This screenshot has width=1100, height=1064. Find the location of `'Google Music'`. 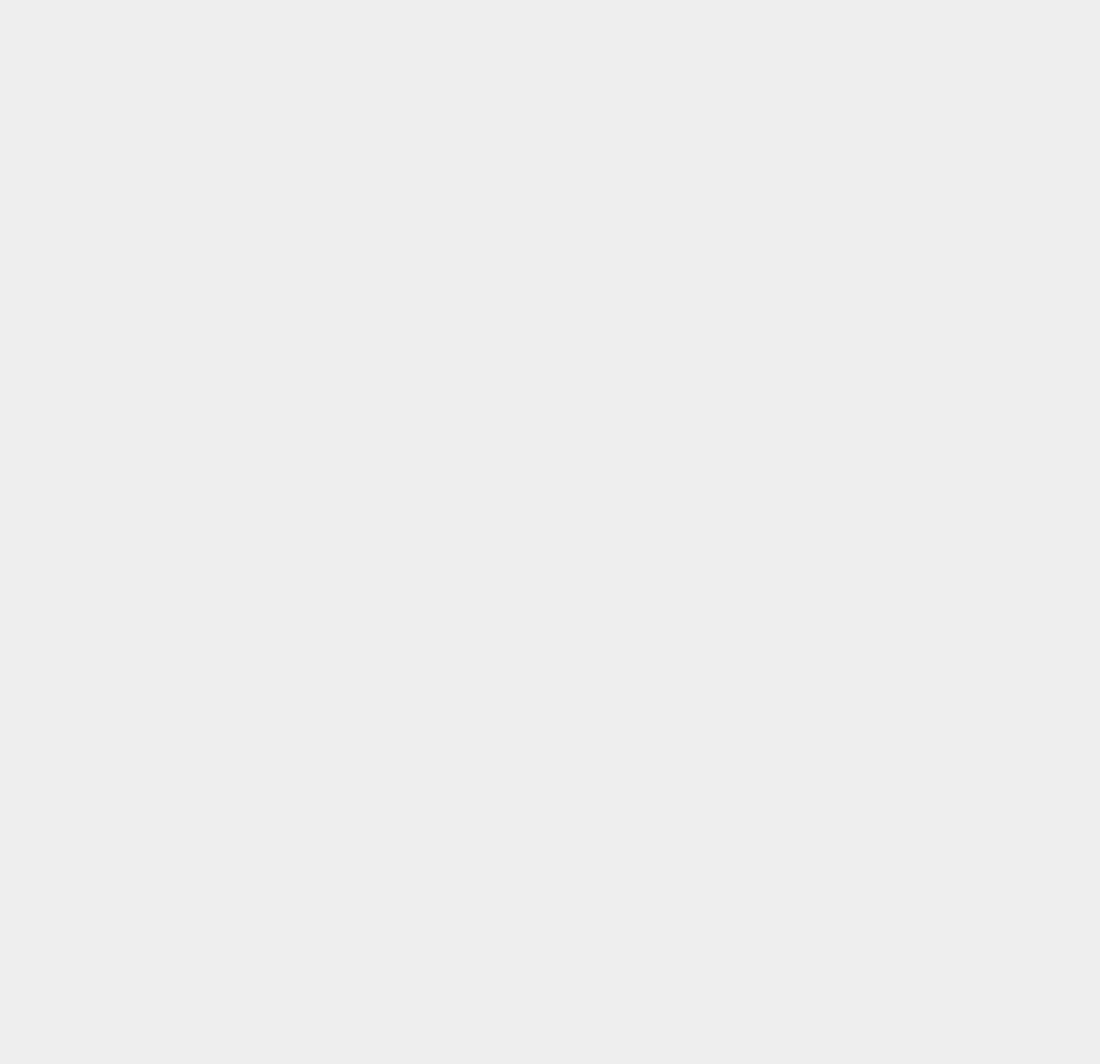

'Google Music' is located at coordinates (820, 776).